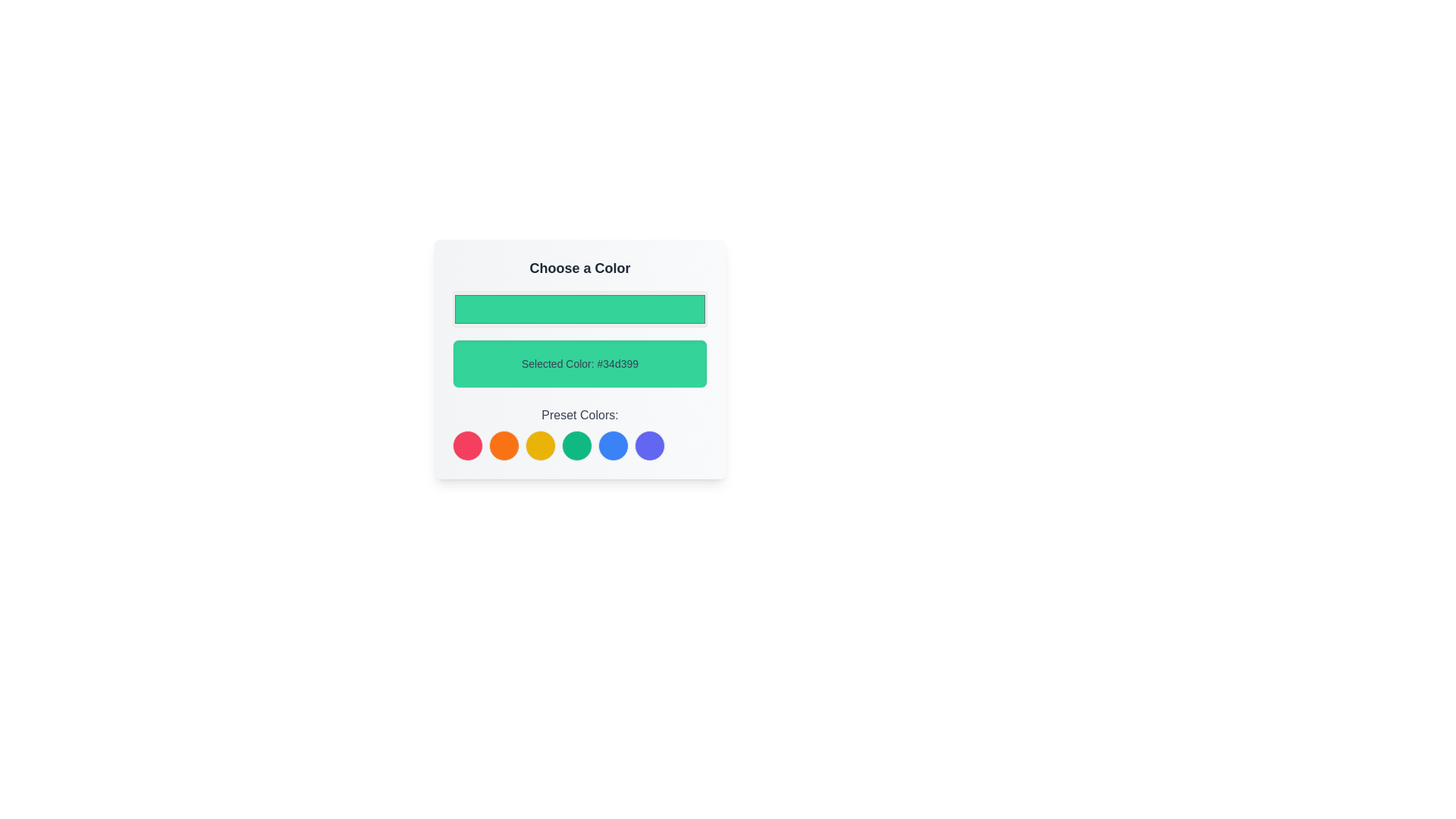 The image size is (1456, 819). What do you see at coordinates (504, 444) in the screenshot?
I see `the orange color selection button, which is the second circular option in the 'Preset Colors' row, located between the red and yellow circles` at bounding box center [504, 444].